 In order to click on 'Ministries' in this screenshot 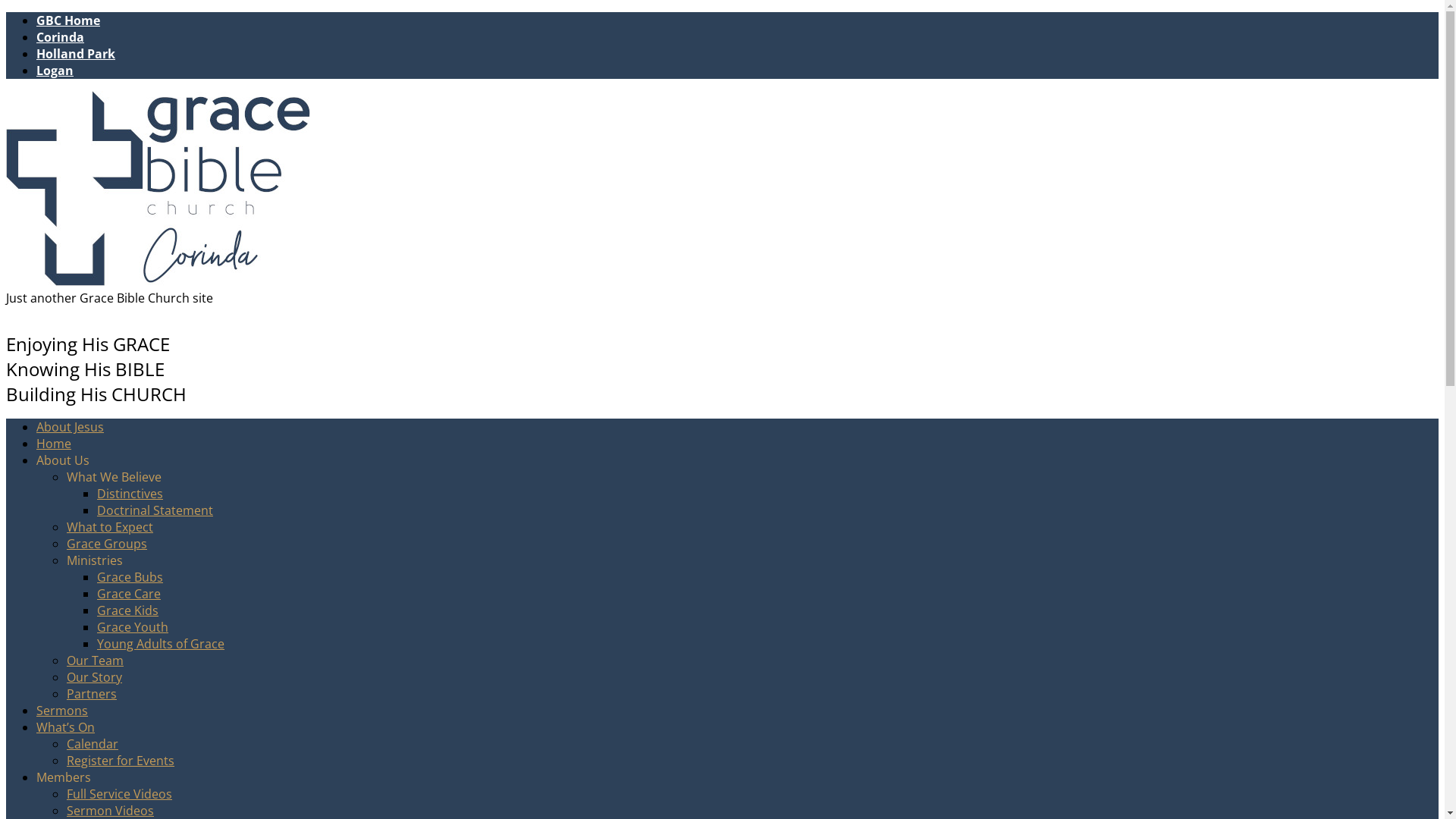, I will do `click(93, 560)`.